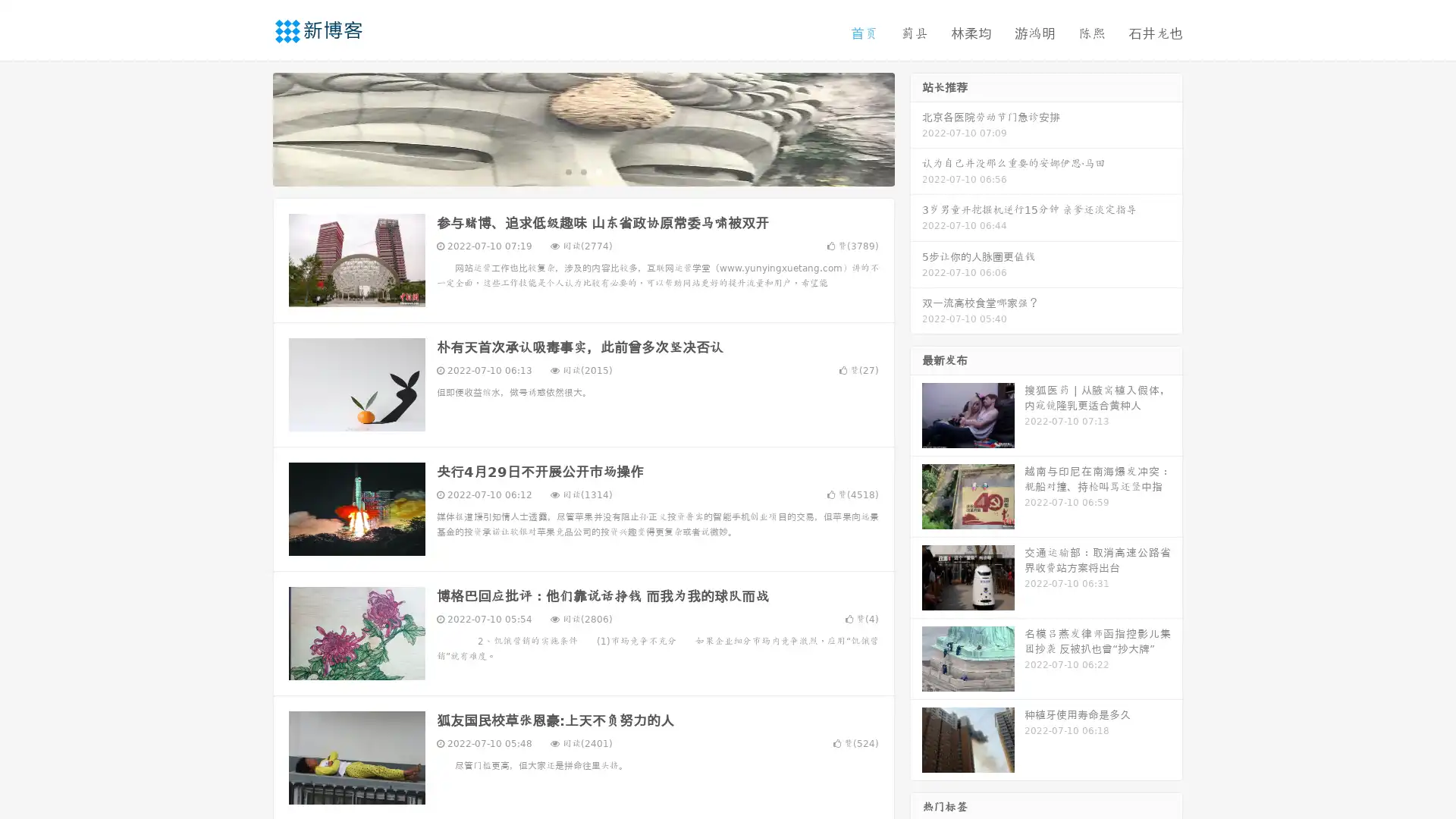 This screenshot has height=819, width=1456. What do you see at coordinates (567, 171) in the screenshot?
I see `Go to slide 1` at bounding box center [567, 171].